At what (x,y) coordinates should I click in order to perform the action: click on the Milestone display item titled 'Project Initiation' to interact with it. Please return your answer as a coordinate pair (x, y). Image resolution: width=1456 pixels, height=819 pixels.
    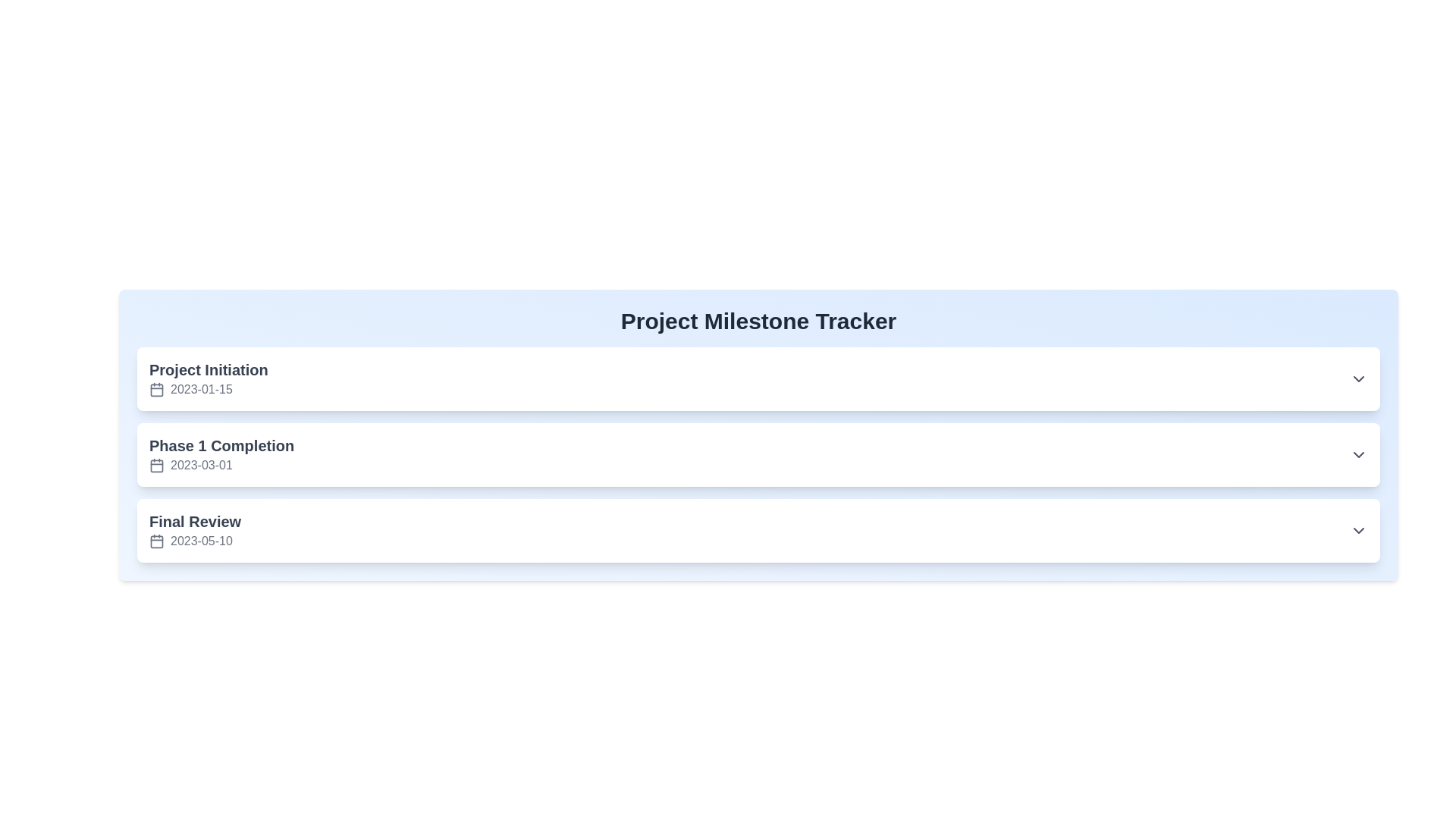
    Looking at the image, I should click on (208, 378).